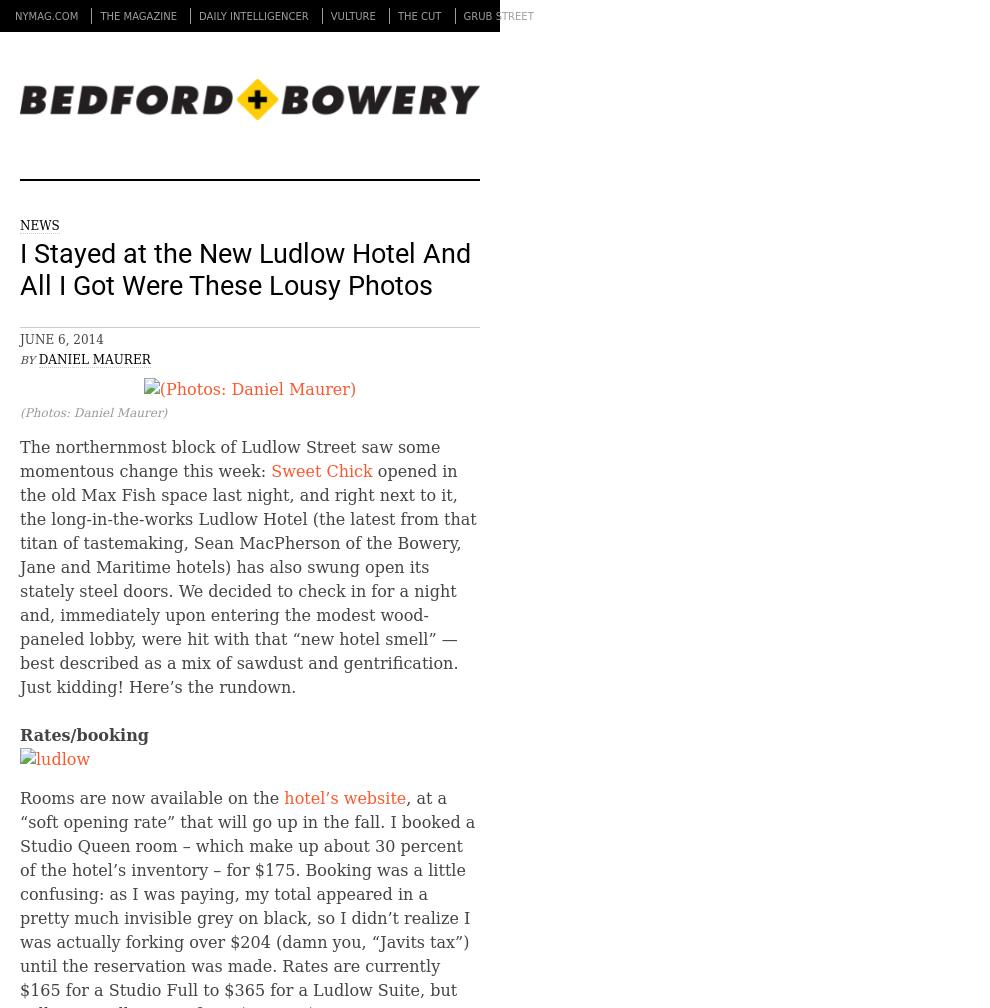 The image size is (990, 1008). What do you see at coordinates (246, 578) in the screenshot?
I see `'opened in the old Max Fish space last night, and right next to it, the long-in-the-works Ludlow Hotel (the latest from that titan of tastemaking, Sean MacPherson of the Bowery, Jane and Maritime hotels) has also swung open its stately steel doors. We decided to check in for a night and, immediately upon entering the modest wood-paneled lobby, were hit with that “new hotel smell” — best described as a mix of sawdust and gentrification. Just kidding! Here’s the rundown.'` at bounding box center [246, 578].